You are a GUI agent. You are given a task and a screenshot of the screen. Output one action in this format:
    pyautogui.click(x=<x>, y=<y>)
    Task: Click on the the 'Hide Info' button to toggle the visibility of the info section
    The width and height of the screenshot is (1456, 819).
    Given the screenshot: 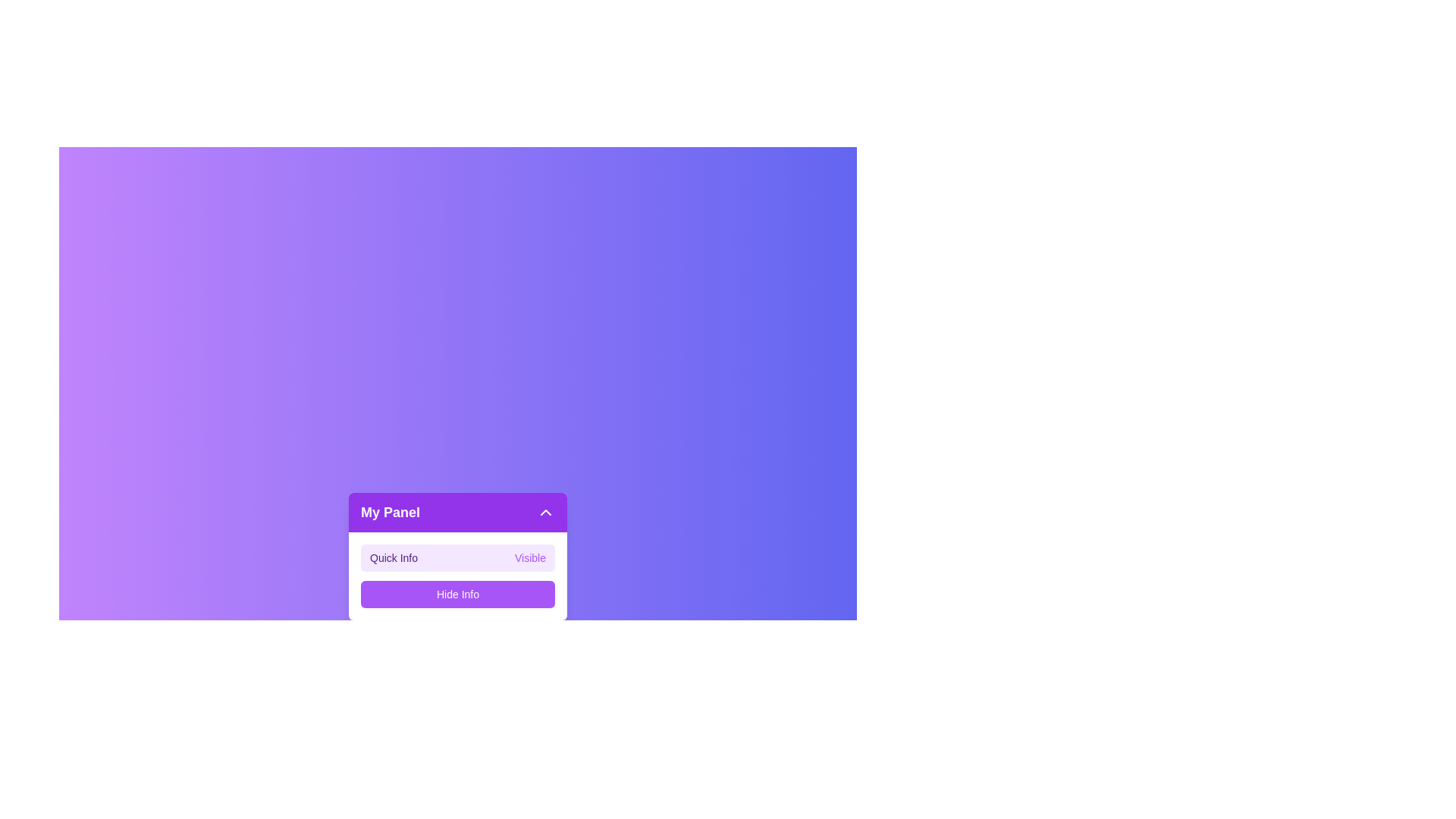 What is the action you would take?
    pyautogui.click(x=457, y=593)
    